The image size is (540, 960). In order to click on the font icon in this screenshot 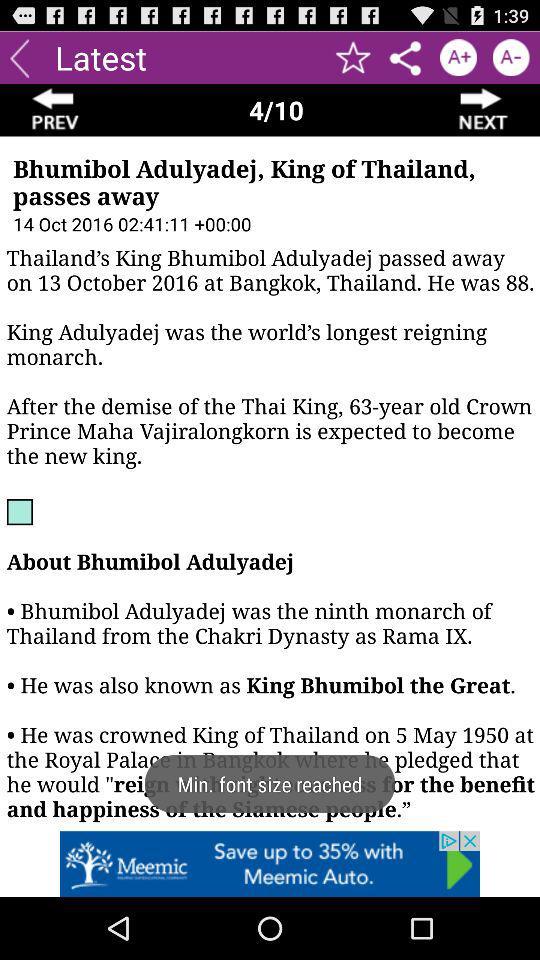, I will do `click(458, 61)`.